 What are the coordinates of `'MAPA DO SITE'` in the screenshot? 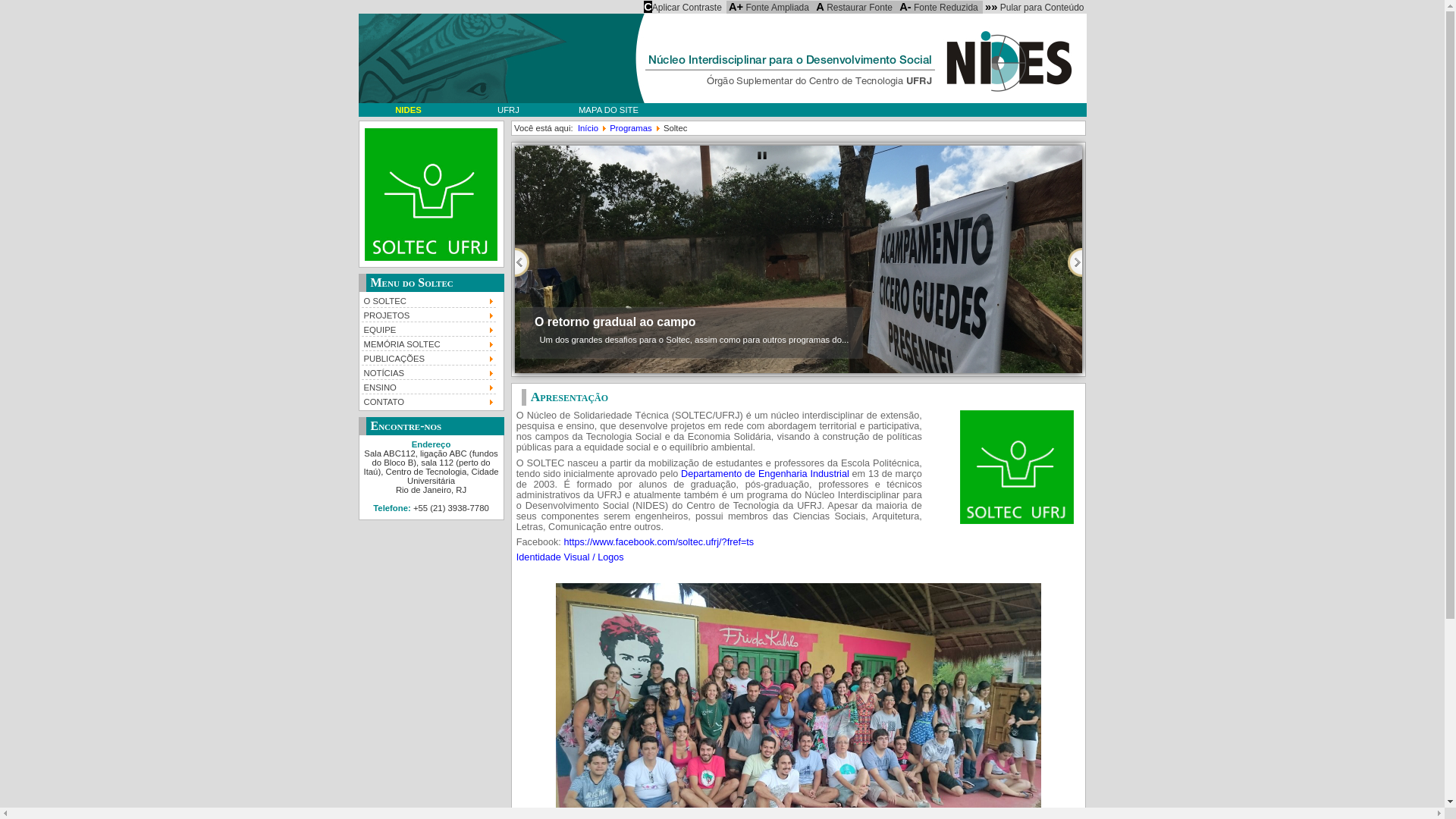 It's located at (607, 109).